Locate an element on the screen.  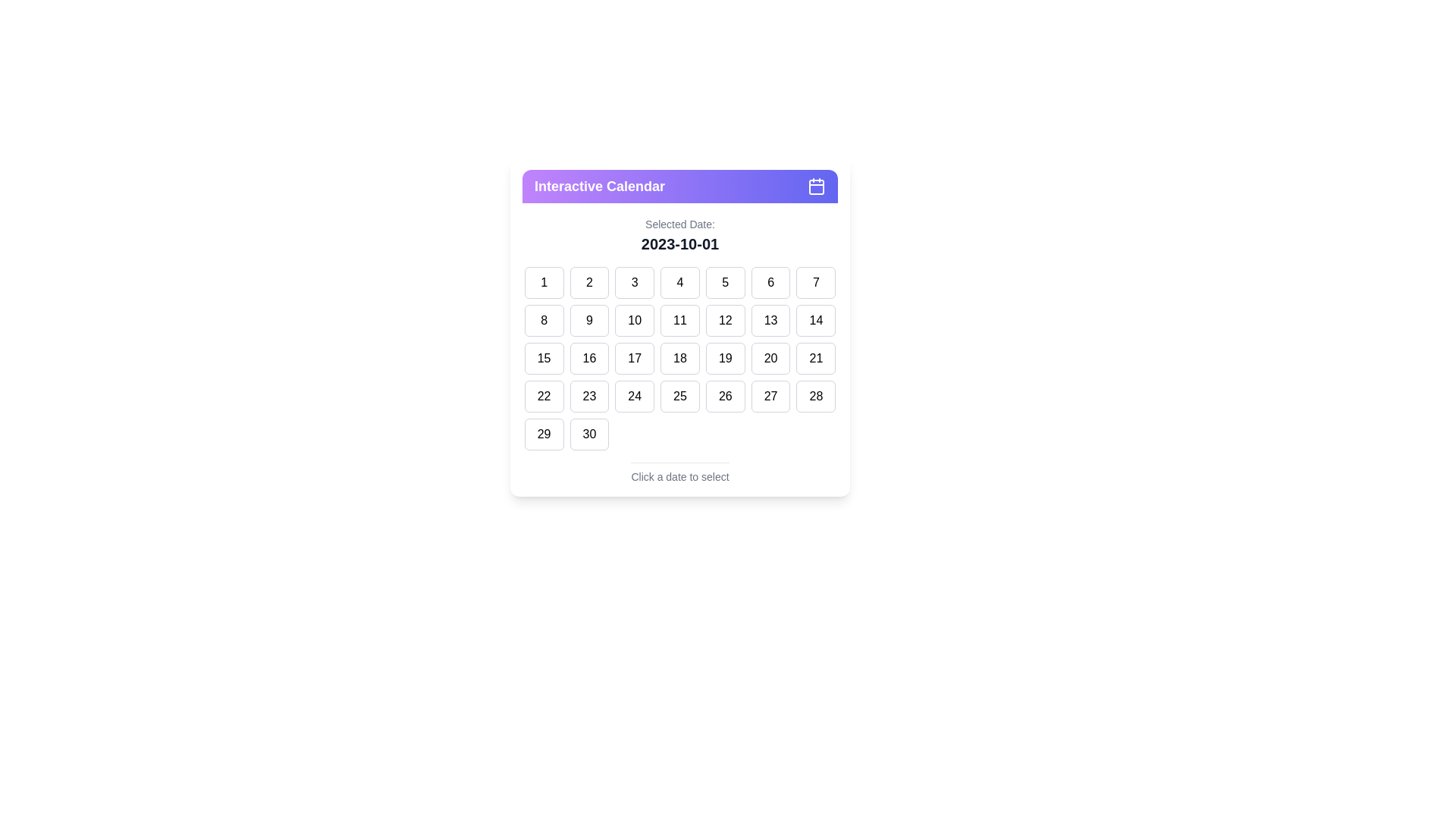
the selectable date button located in the sixth column and fourth row of the calendar grid to set the selected date to '22' is located at coordinates (544, 396).